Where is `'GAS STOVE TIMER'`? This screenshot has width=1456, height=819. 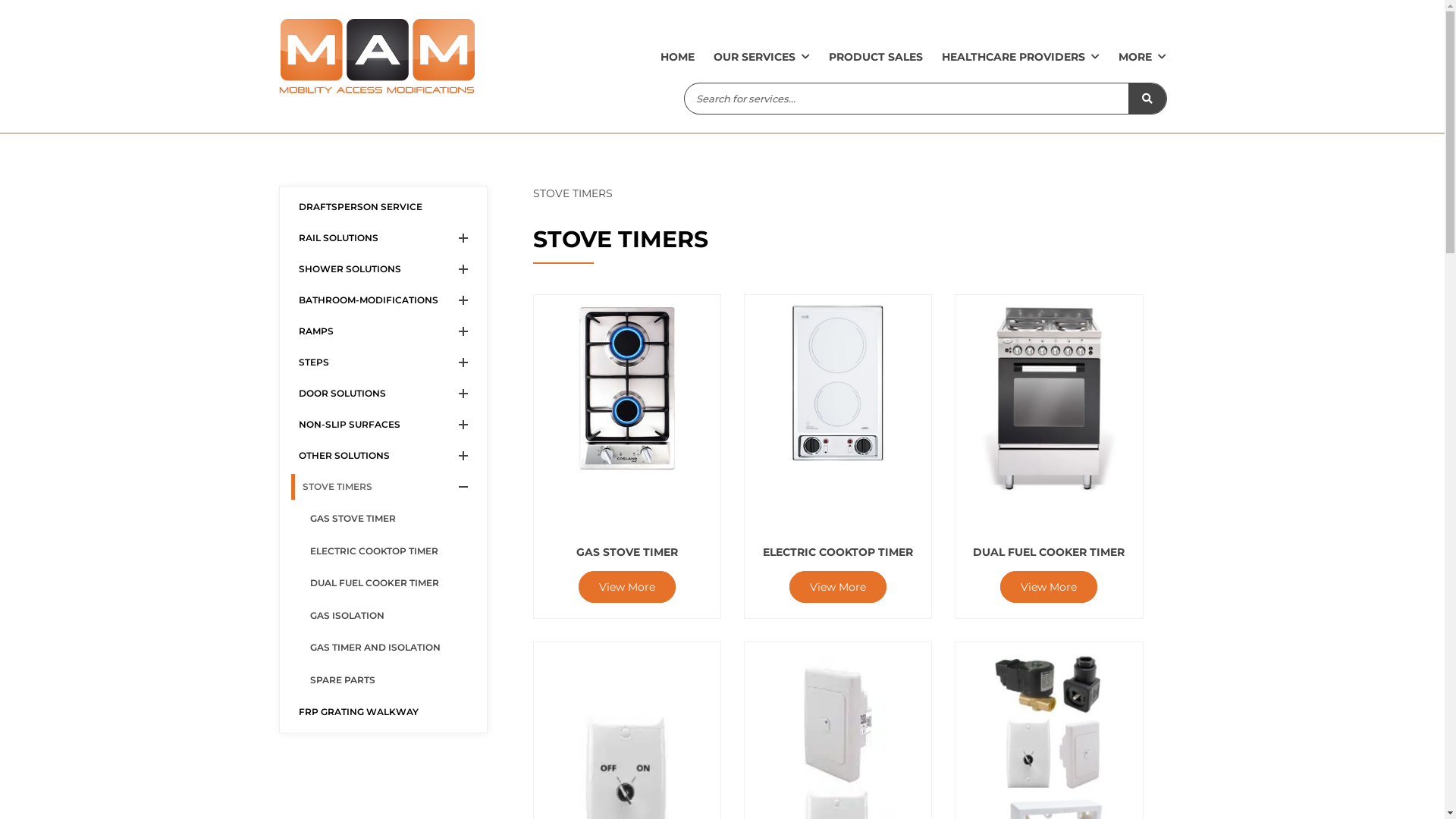
'GAS STOVE TIMER' is located at coordinates (626, 397).